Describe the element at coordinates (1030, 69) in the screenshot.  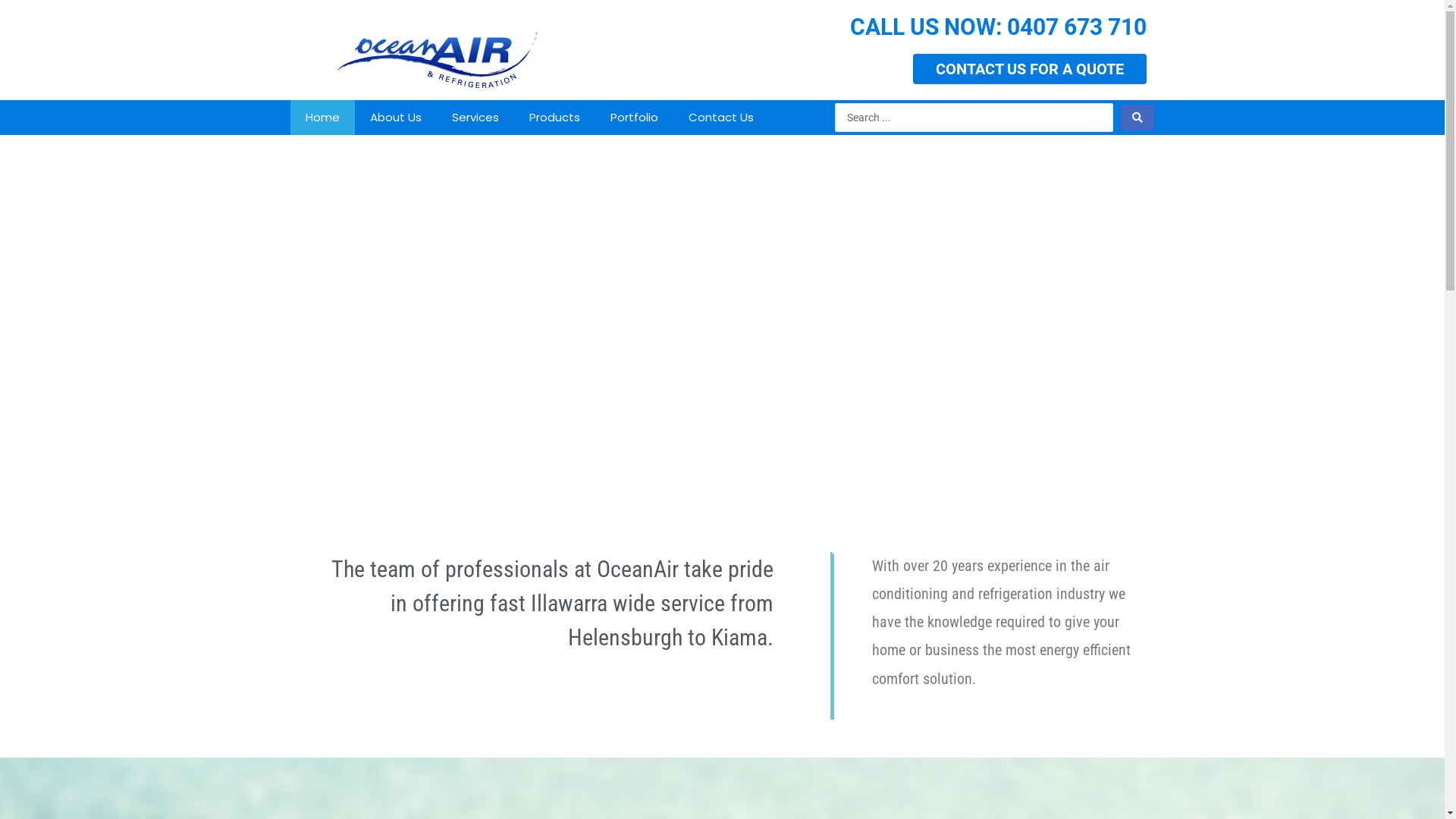
I see `'CONTACT US FOR A QUOTE'` at that location.